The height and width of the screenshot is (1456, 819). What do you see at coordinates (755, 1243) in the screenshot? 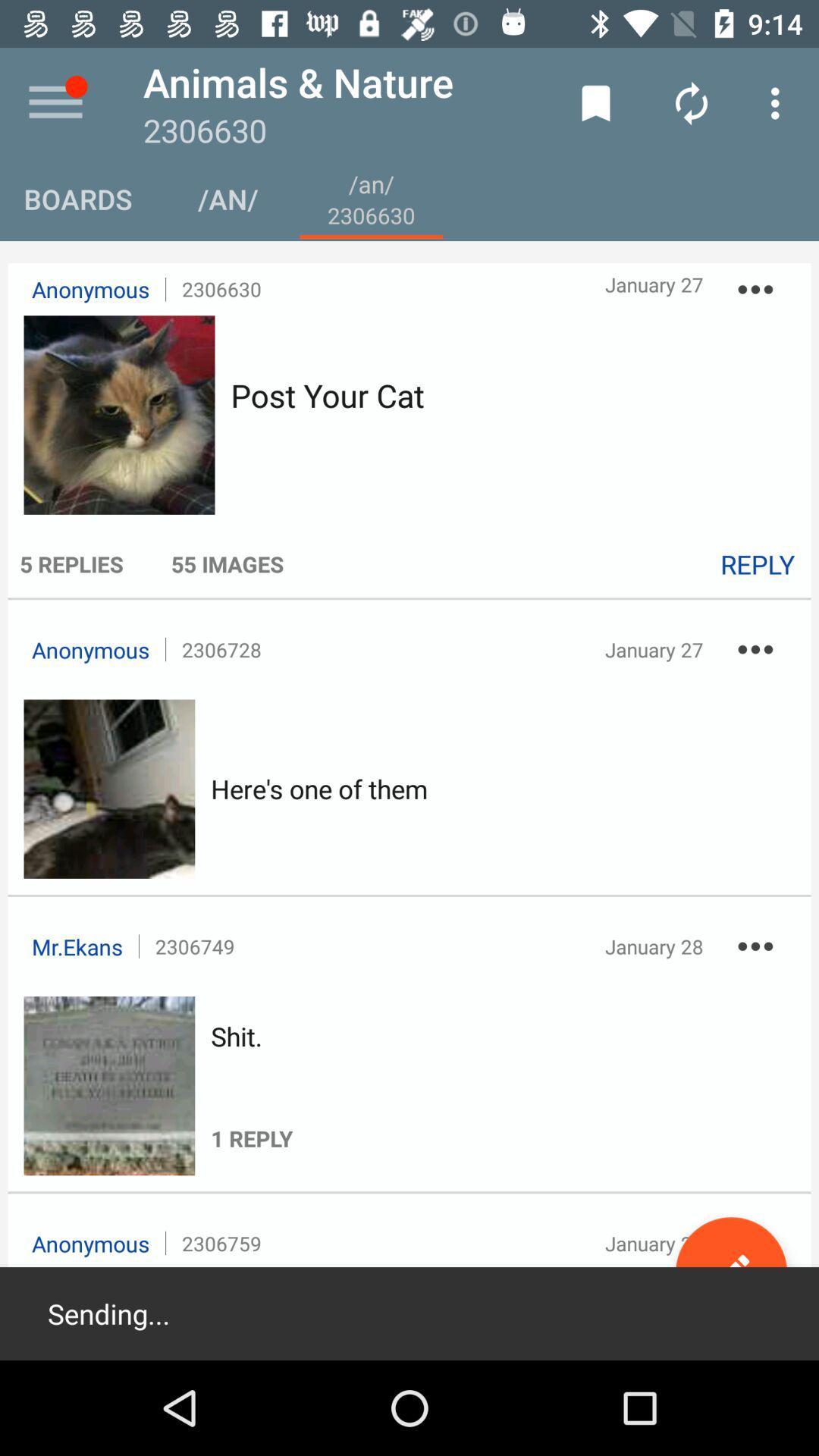
I see `the icon next to january 28 item` at bounding box center [755, 1243].